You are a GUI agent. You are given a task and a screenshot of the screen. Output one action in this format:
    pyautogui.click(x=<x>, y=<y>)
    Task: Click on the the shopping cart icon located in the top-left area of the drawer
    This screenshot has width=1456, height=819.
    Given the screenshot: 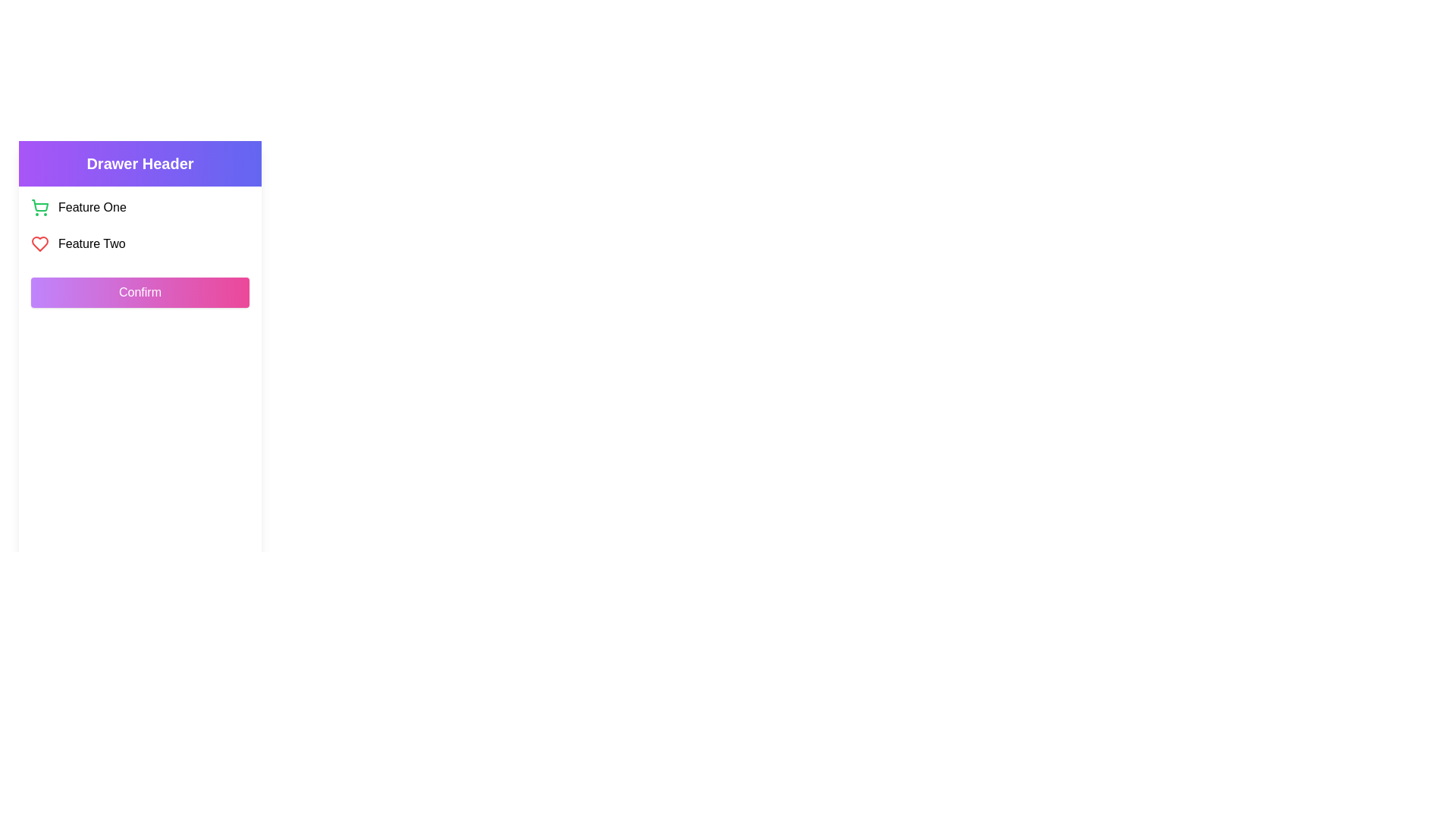 What is the action you would take?
    pyautogui.click(x=39, y=206)
    